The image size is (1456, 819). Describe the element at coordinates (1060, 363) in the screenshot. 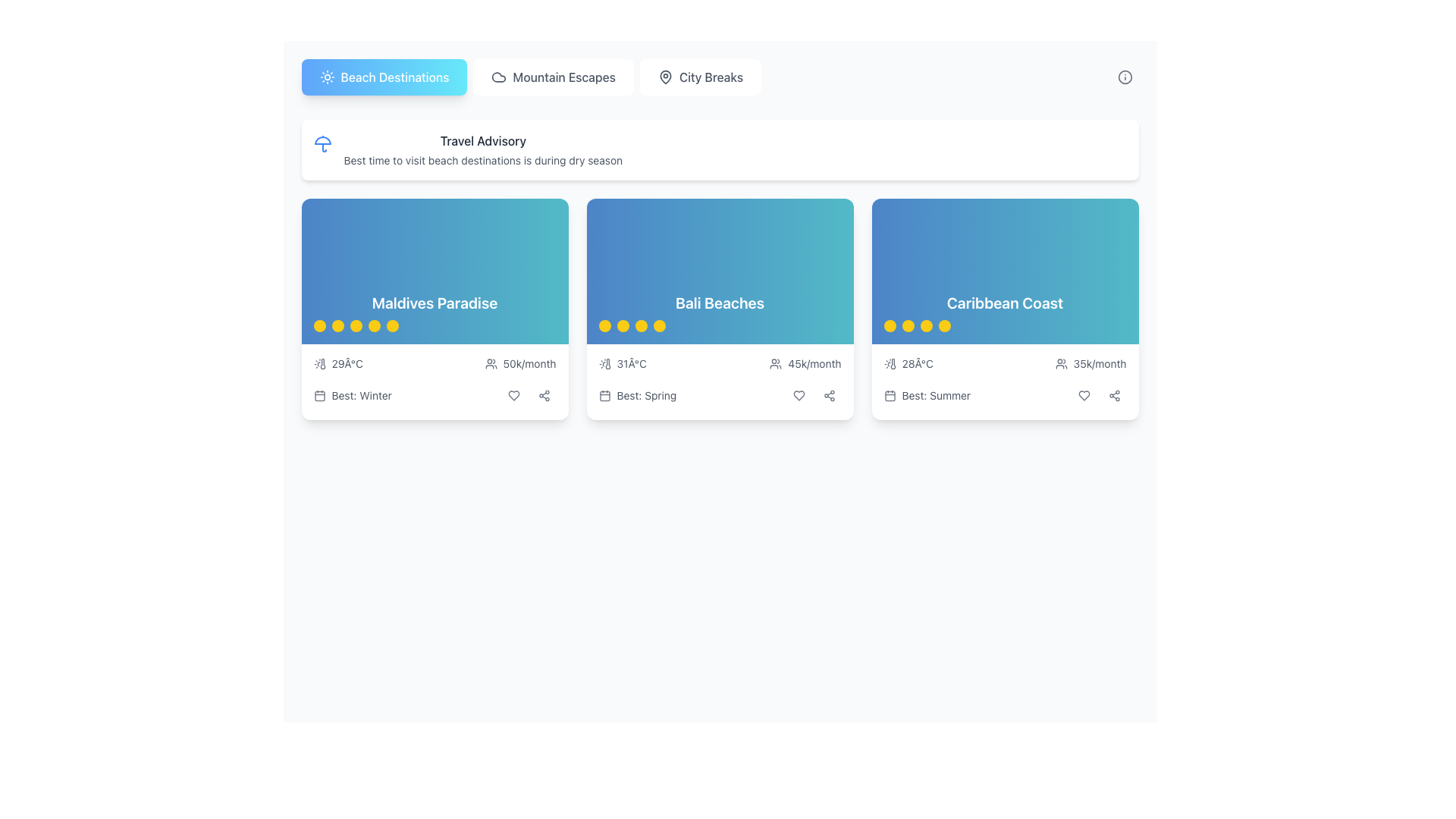

I see `the icon or SVG graphic associated with user-related information for the entry 'Caribbean Coast', located immediately to the left of the text '35k/month'` at that location.